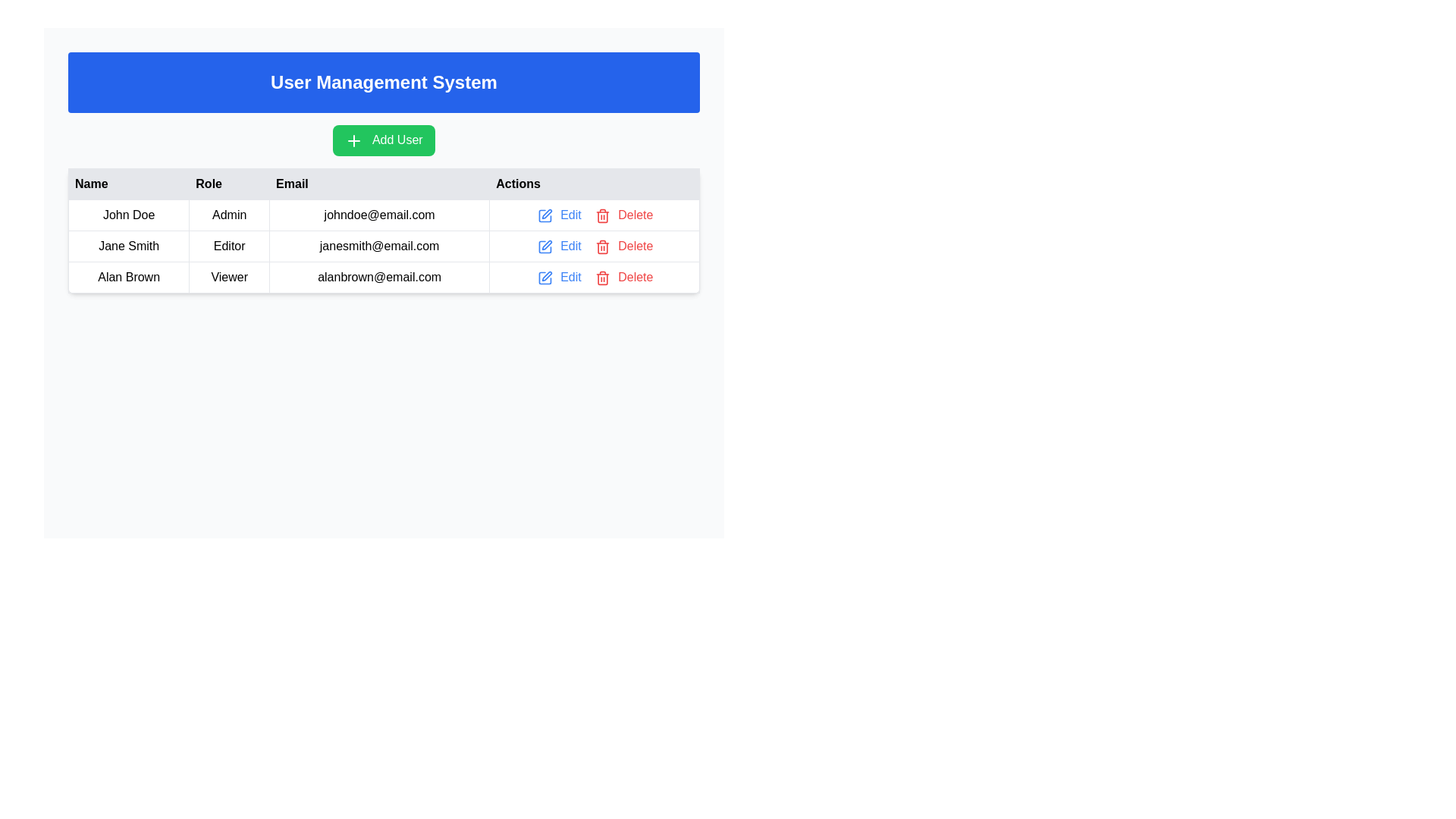  Describe the element at coordinates (384, 209) in the screenshot. I see `the email address 'johndoe@email.com' in the first entry of the 'Email' column of the data table` at that location.